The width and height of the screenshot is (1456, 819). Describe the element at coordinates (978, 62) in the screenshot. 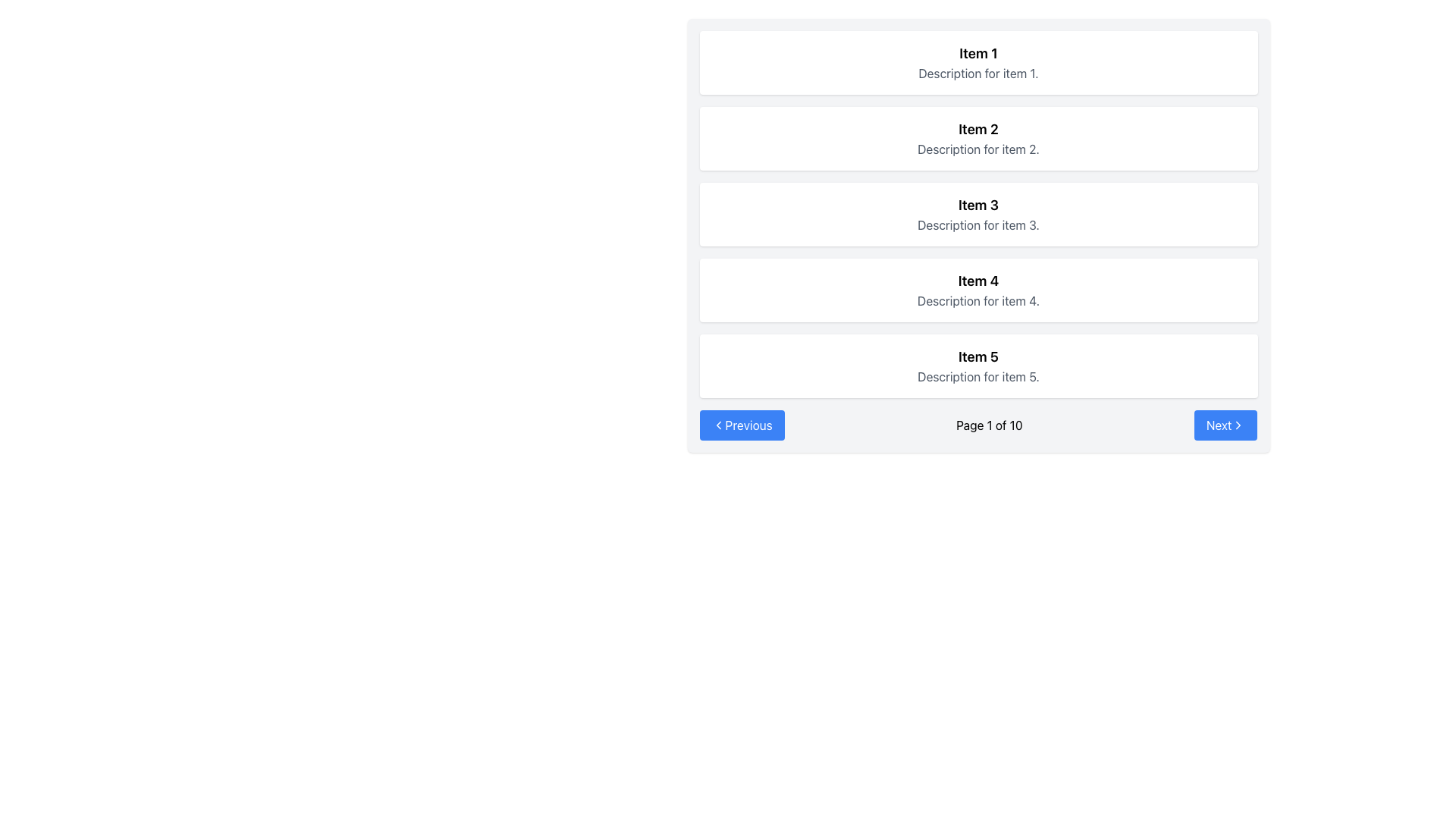

I see `the first card in the vertical grid which presents an item title and its description` at that location.